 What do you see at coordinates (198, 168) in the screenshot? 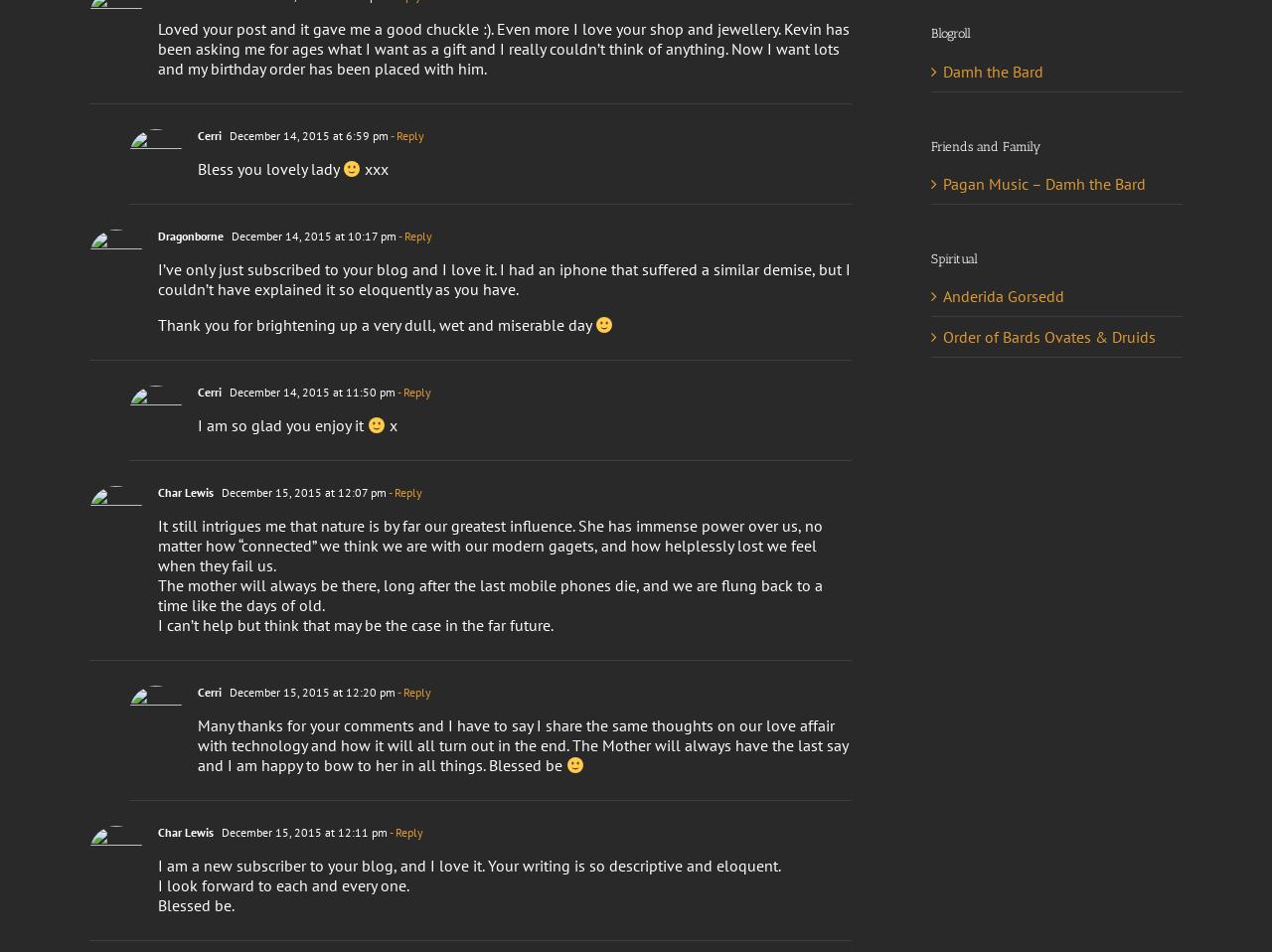
I see `'Bless you lovely lady'` at bounding box center [198, 168].